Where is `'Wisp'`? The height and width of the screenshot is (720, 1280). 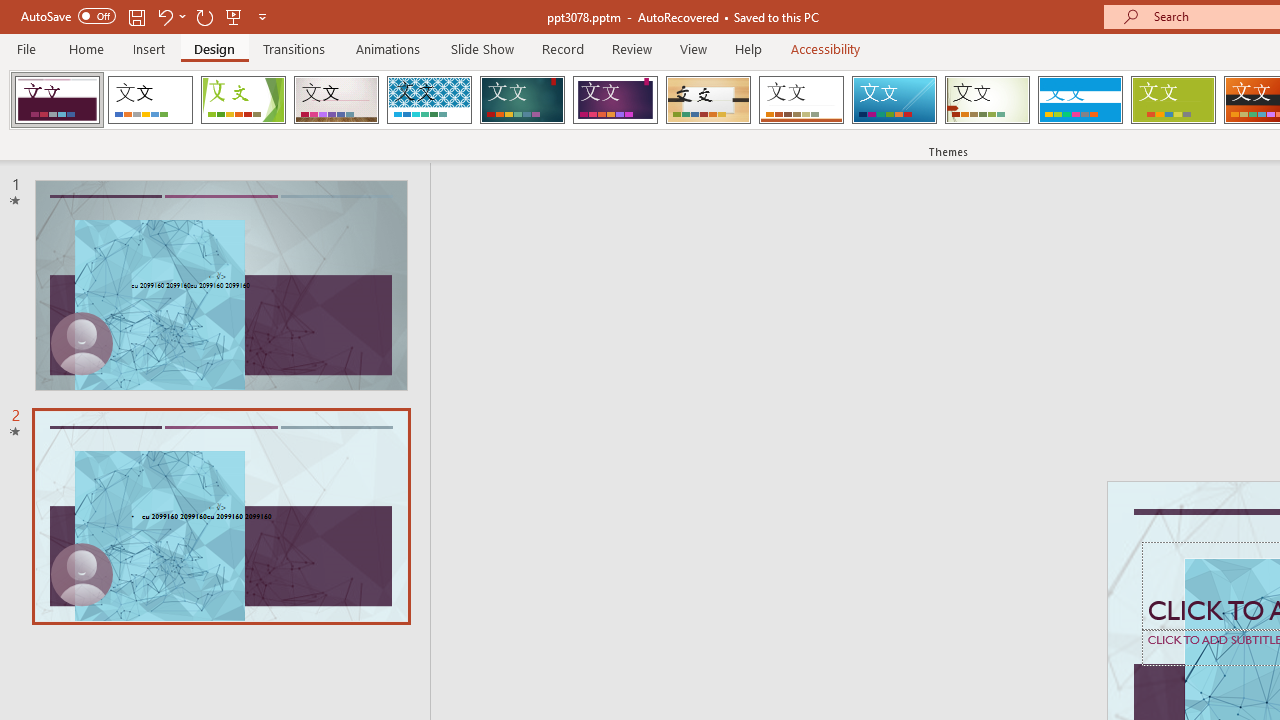
'Wisp' is located at coordinates (987, 100).